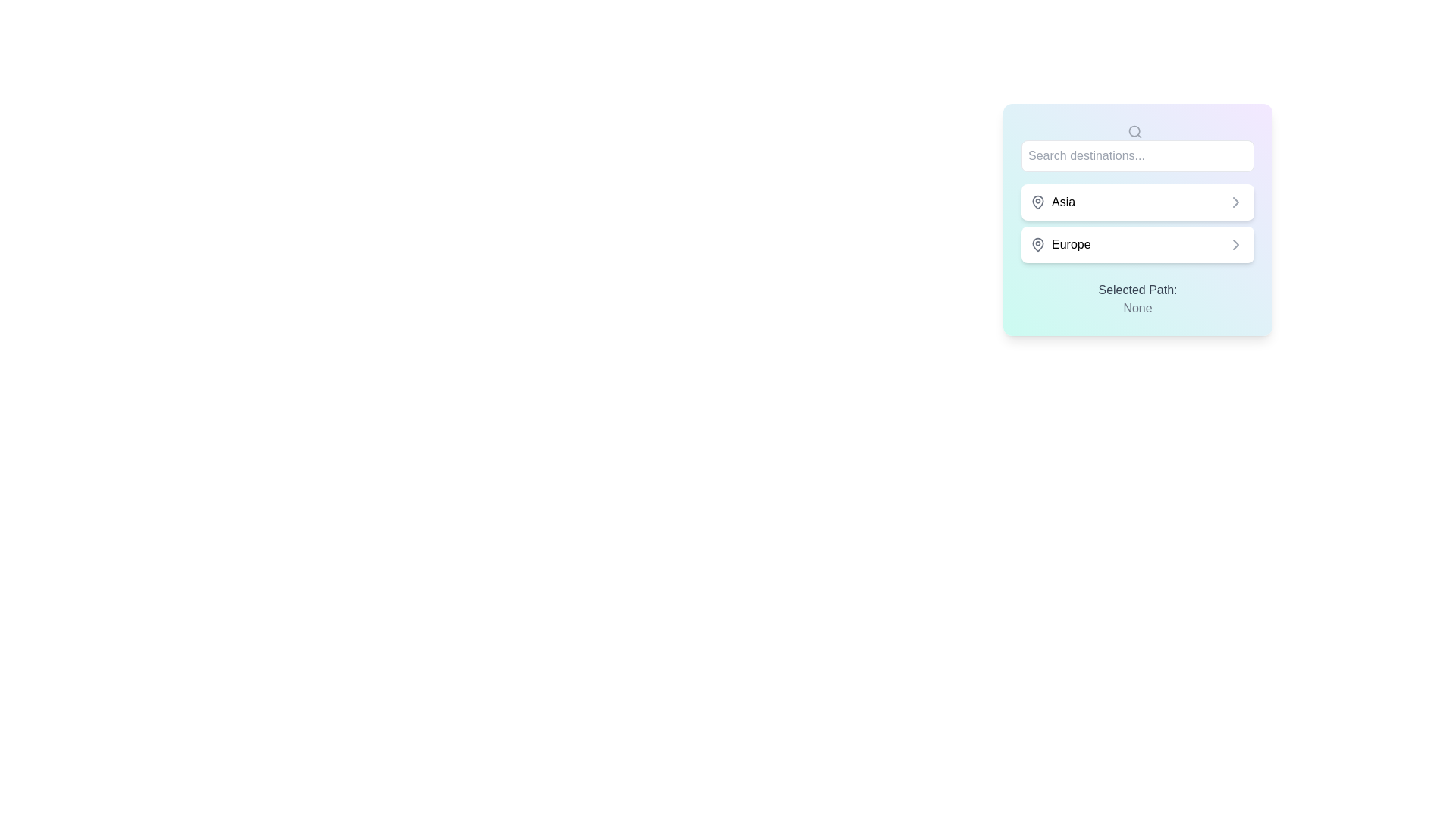 Image resolution: width=1456 pixels, height=819 pixels. What do you see at coordinates (1236, 201) in the screenshot?
I see `the right-facing chevron icon located at the far right of the list item labeled 'Asia'` at bounding box center [1236, 201].